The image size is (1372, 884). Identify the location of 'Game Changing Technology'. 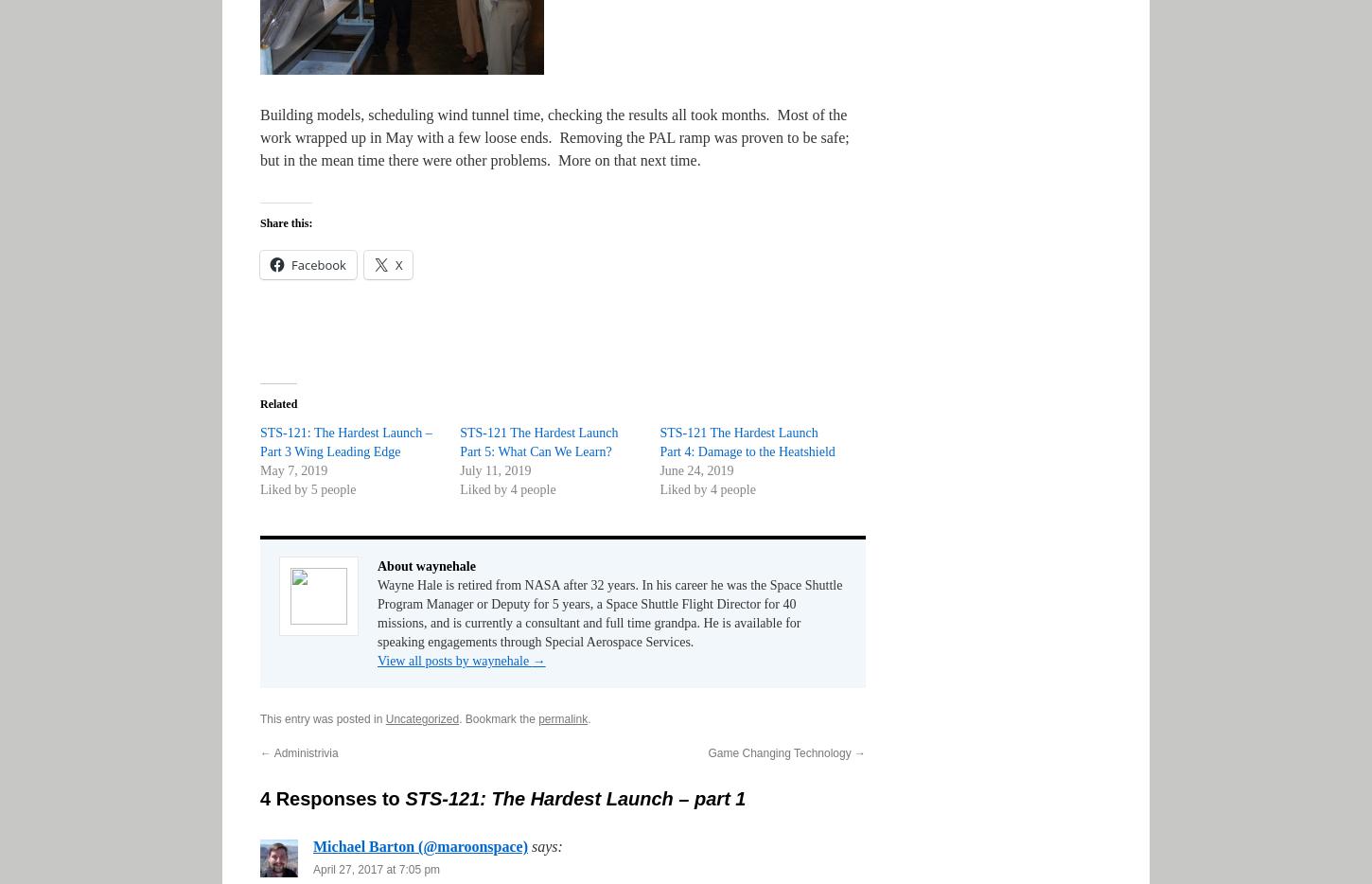
(781, 752).